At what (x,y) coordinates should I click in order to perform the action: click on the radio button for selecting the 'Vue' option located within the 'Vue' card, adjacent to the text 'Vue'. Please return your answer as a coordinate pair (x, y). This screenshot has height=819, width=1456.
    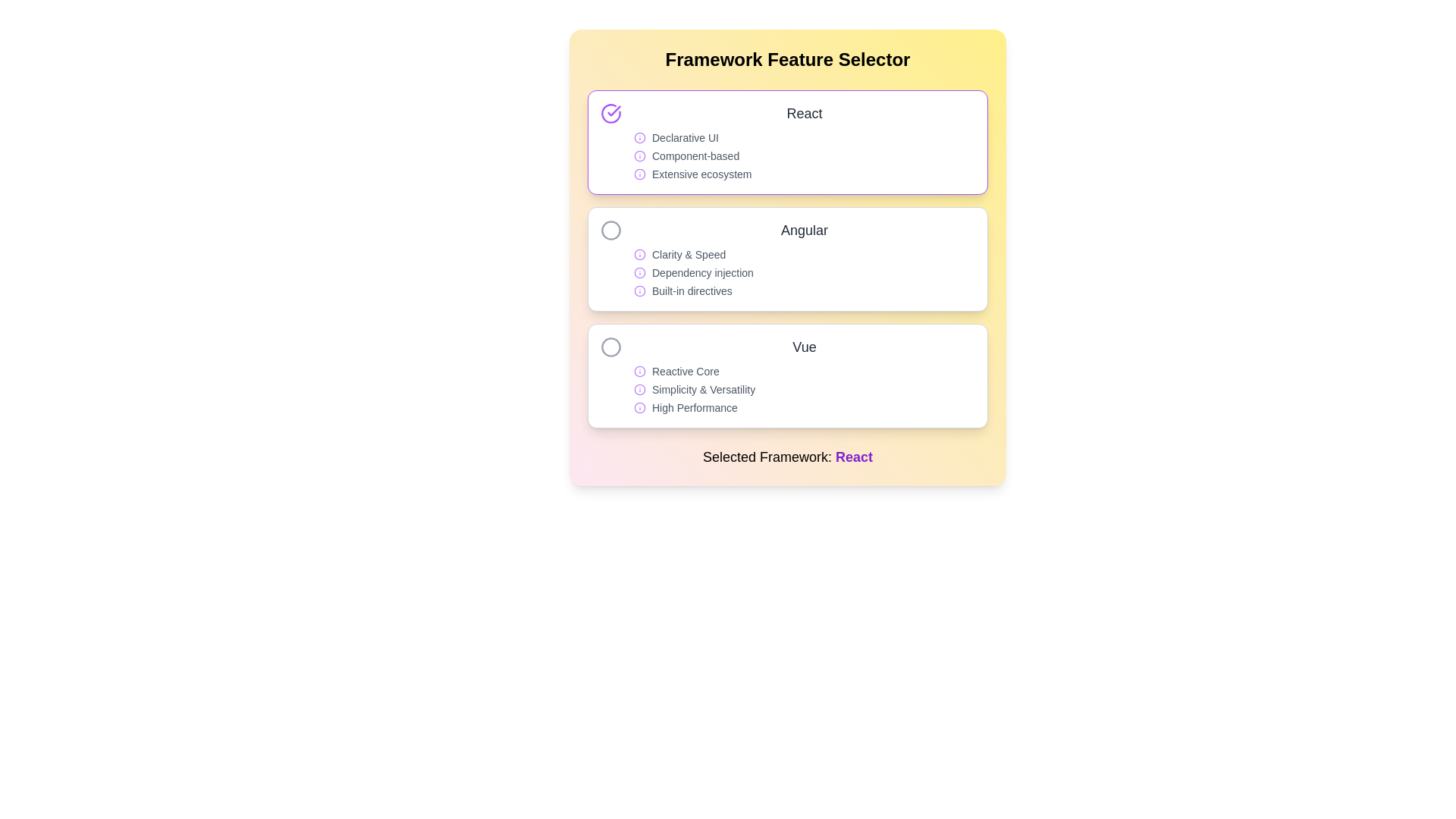
    Looking at the image, I should click on (611, 347).